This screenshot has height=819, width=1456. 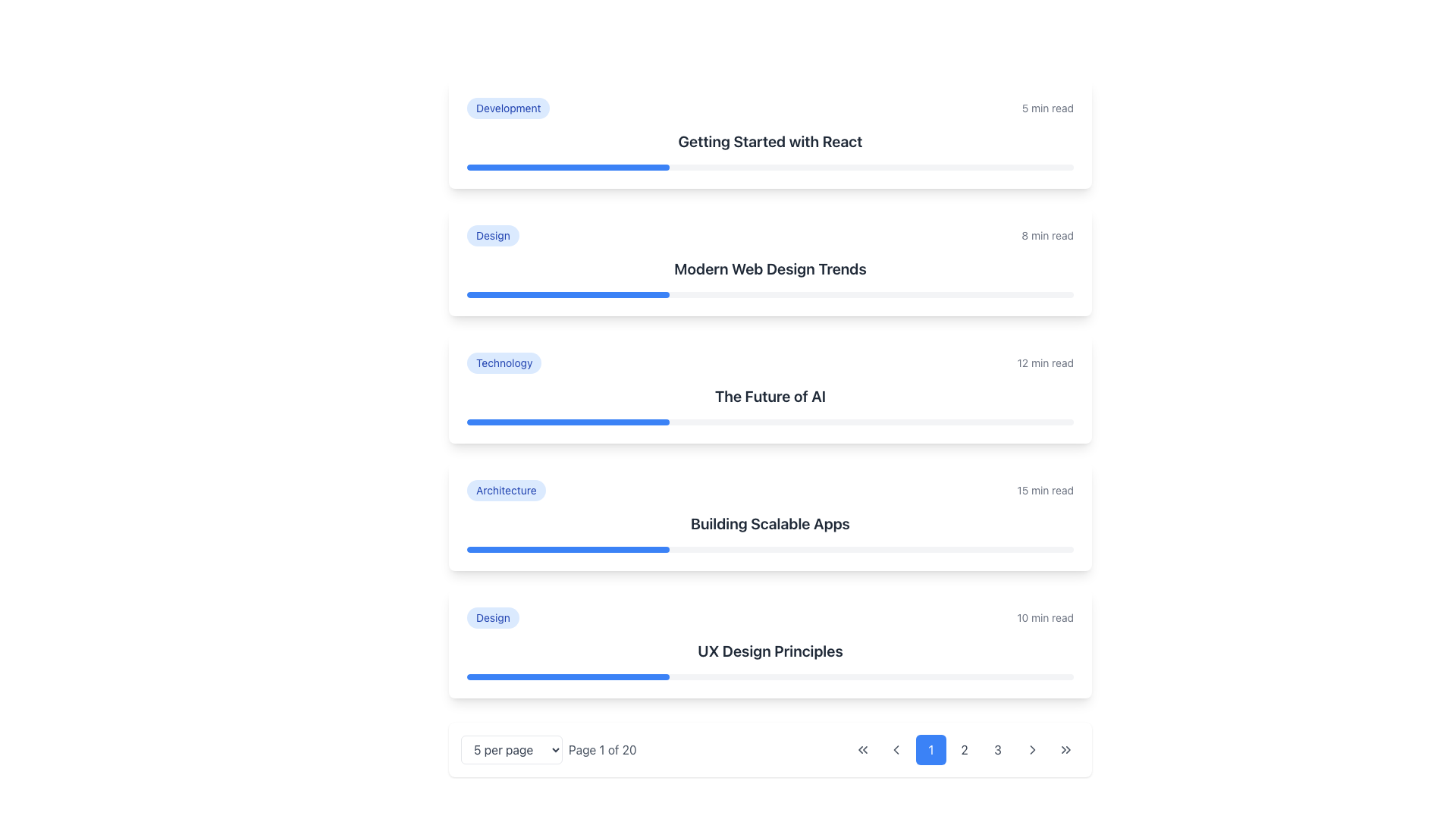 I want to click on the 'Next Page' button located at the lower-right corner of the pagination controls, so click(x=1032, y=748).